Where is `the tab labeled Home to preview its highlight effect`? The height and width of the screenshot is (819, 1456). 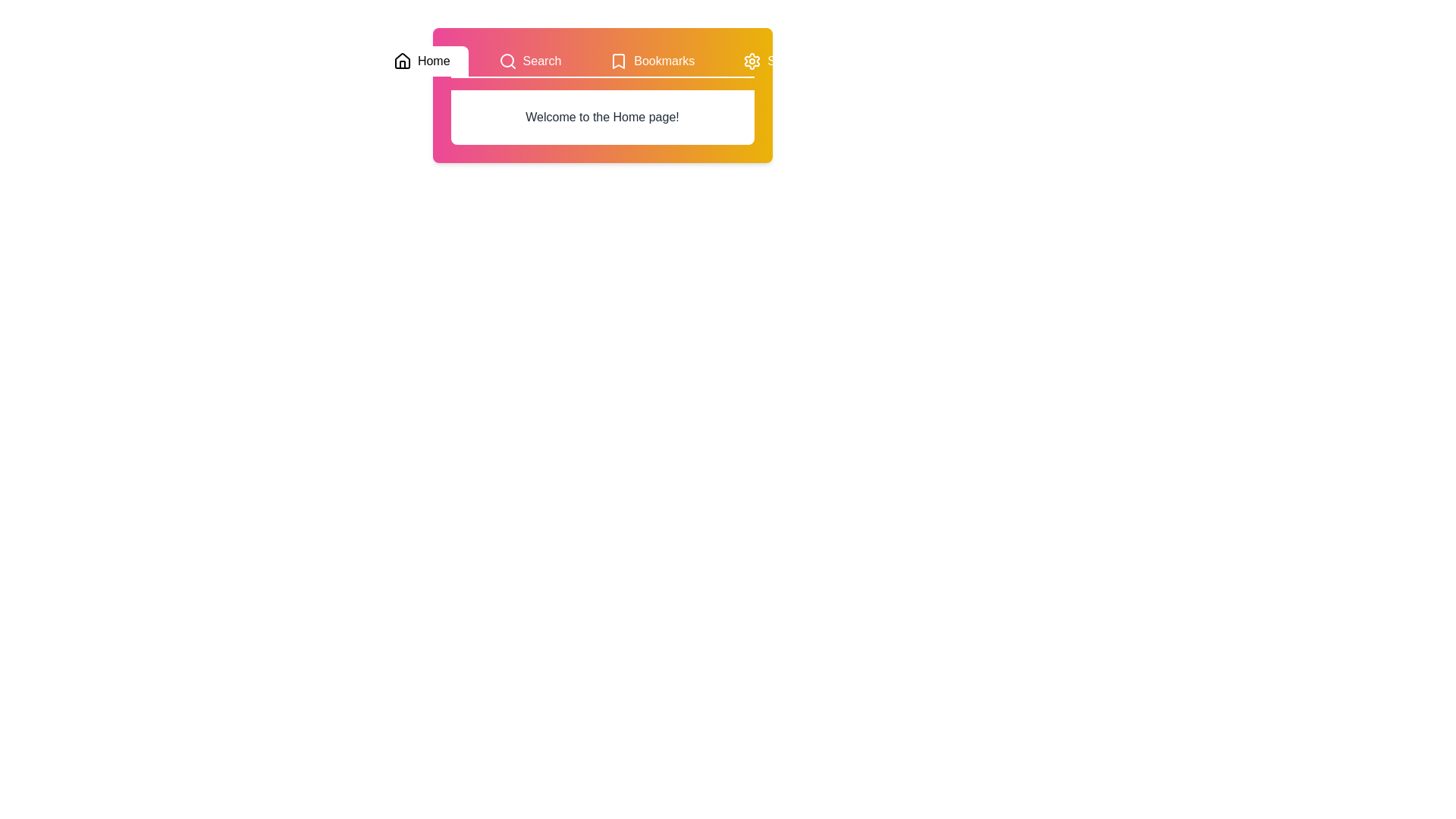 the tab labeled Home to preview its highlight effect is located at coordinates (422, 61).